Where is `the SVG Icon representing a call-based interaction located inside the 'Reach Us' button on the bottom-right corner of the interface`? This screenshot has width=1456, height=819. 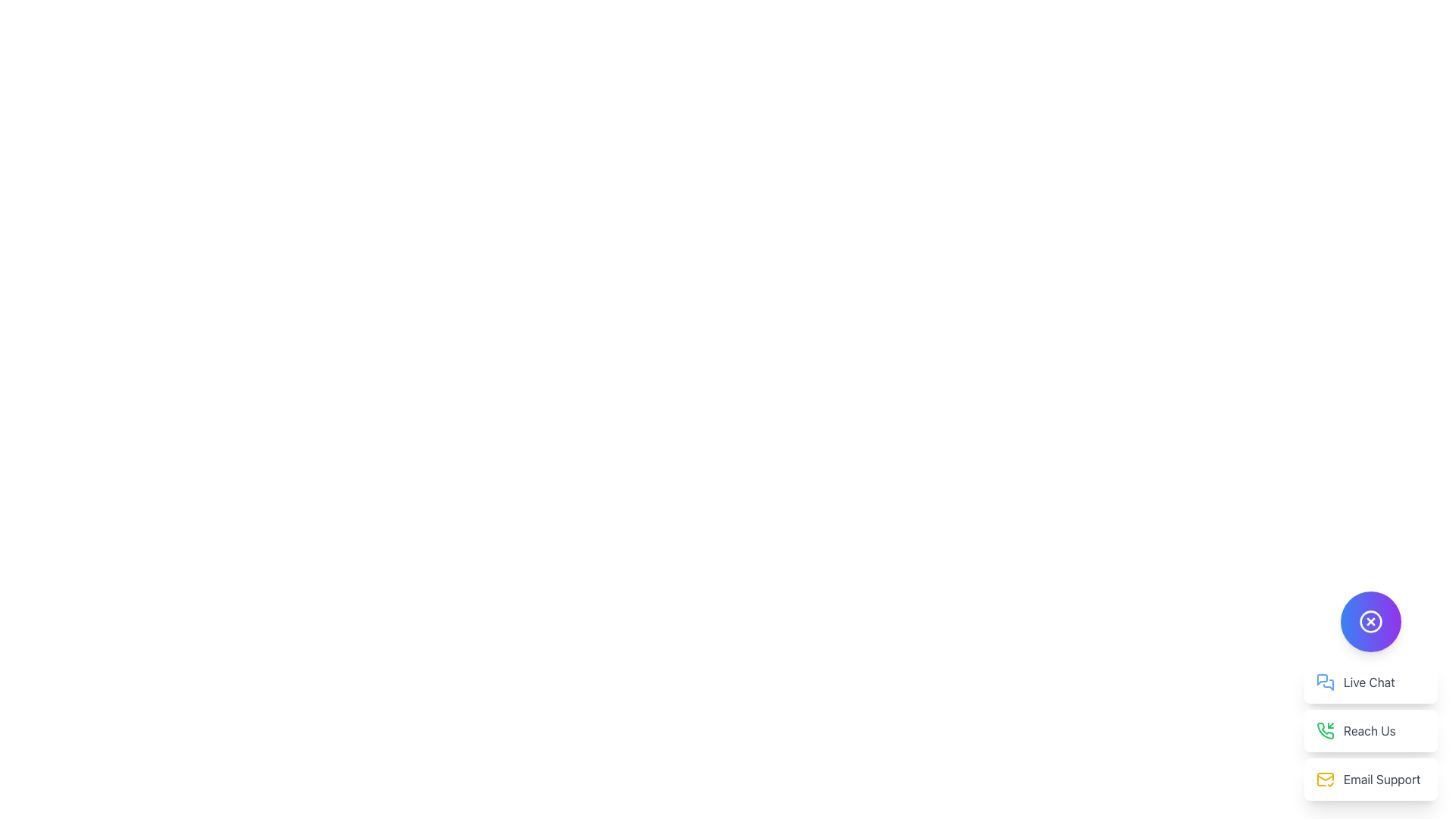 the SVG Icon representing a call-based interaction located inside the 'Reach Us' button on the bottom-right corner of the interface is located at coordinates (1324, 730).